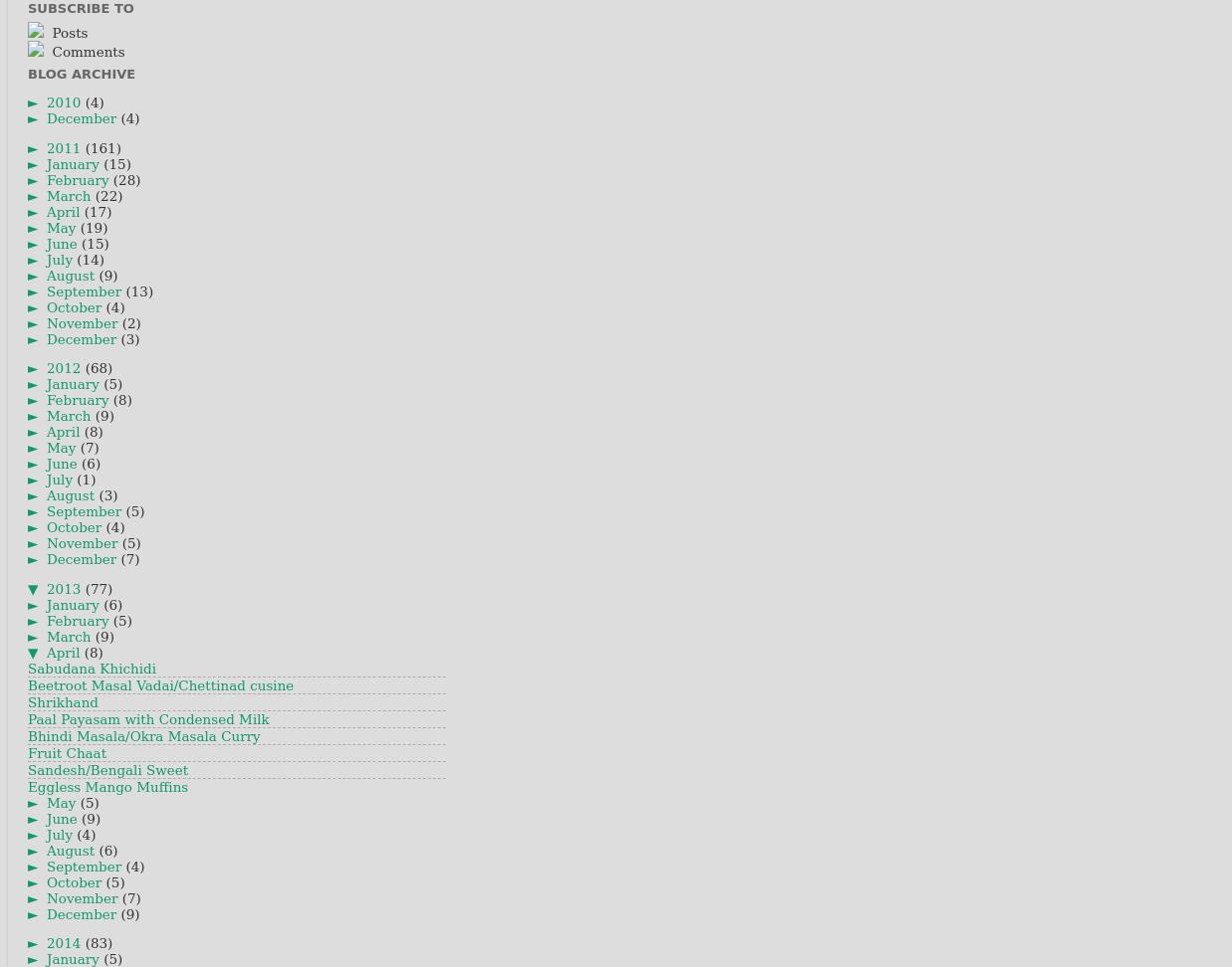 Image resolution: width=1232 pixels, height=967 pixels. I want to click on '2010', so click(45, 101).